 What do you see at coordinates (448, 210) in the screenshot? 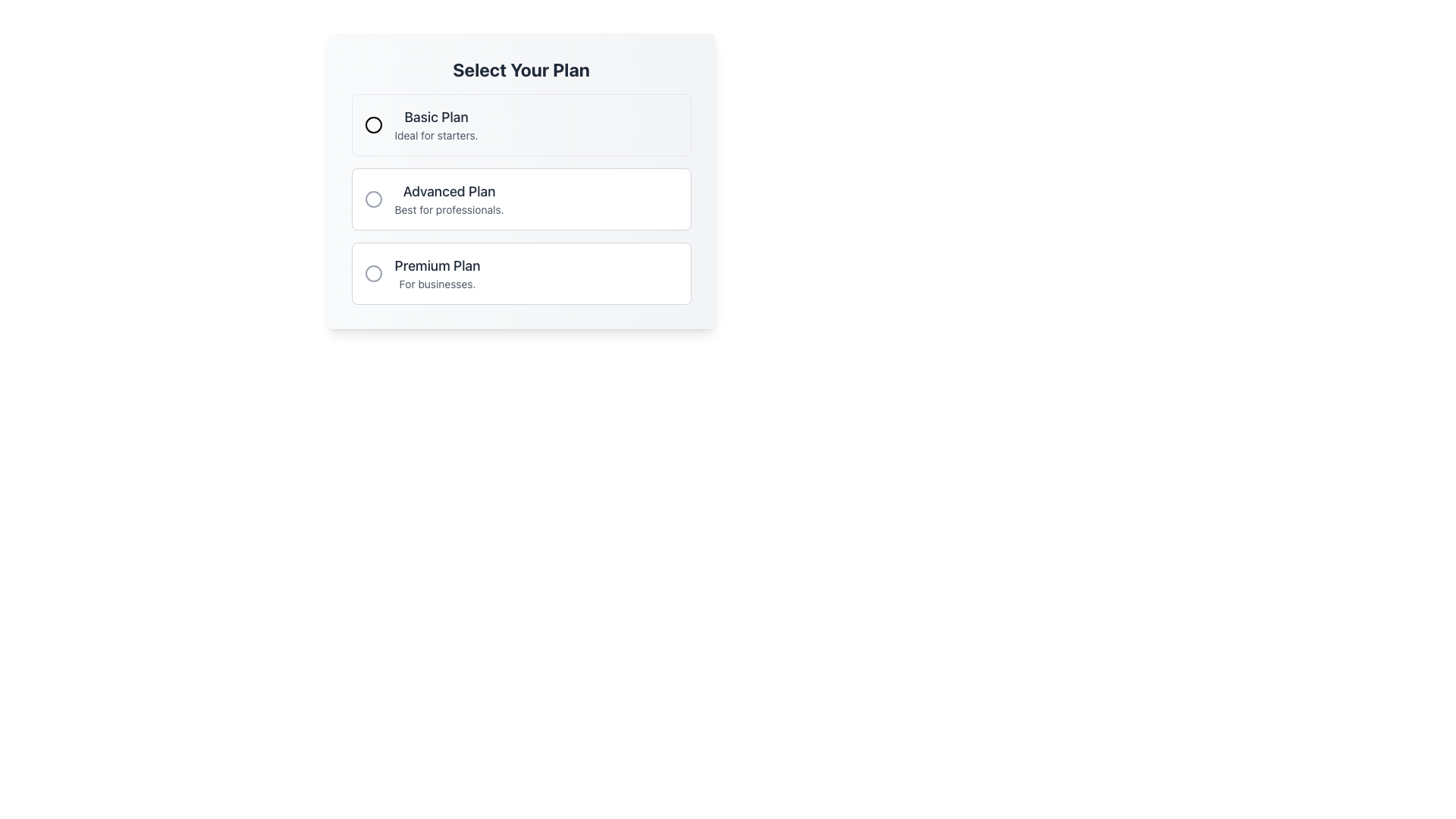
I see `the static text element that reads 'Best for professionals.', which is styled in a smaller, gray font and positioned directly beneath the 'Advanced Plan' text in the second option block` at bounding box center [448, 210].